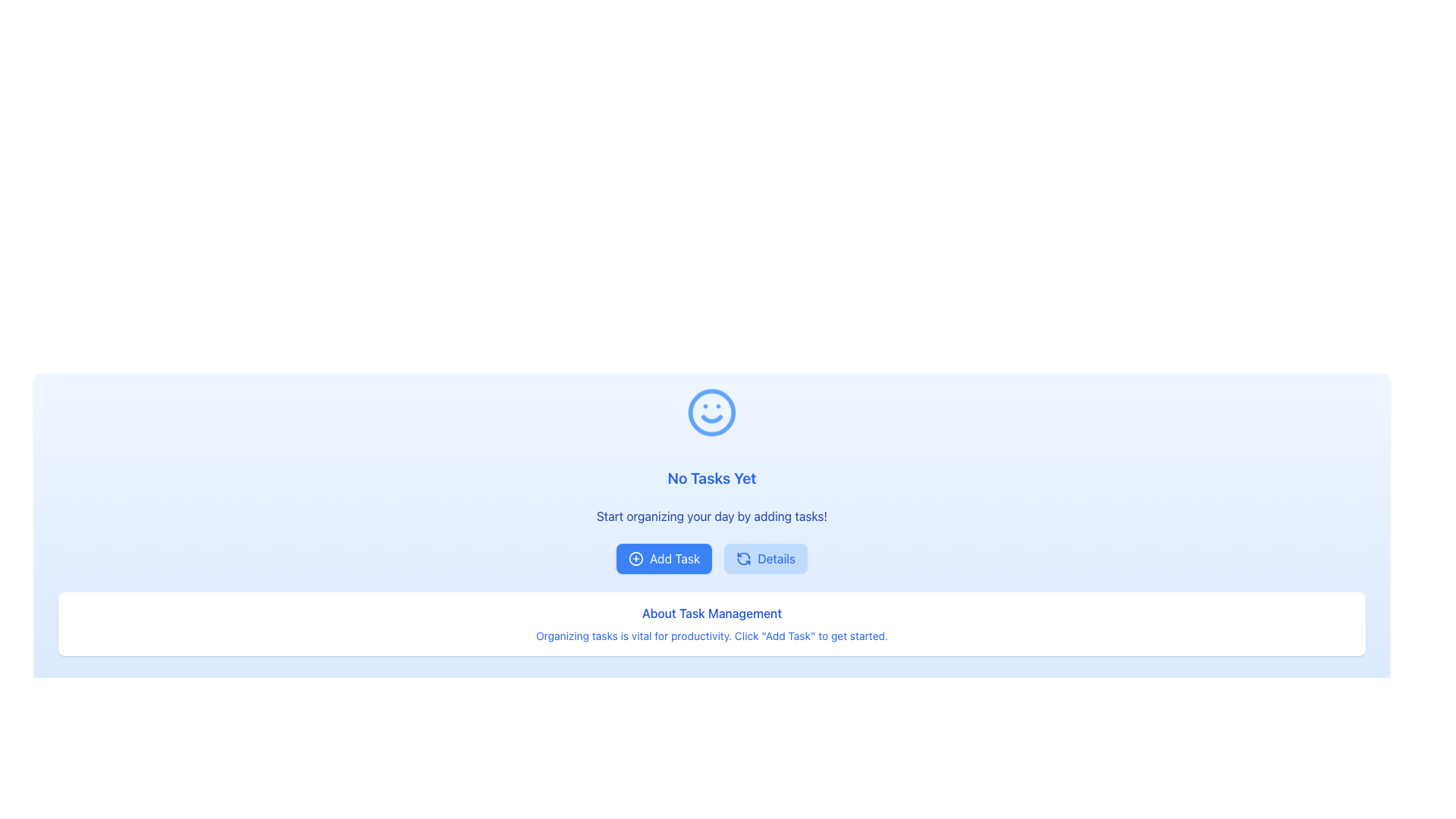 Image resolution: width=1456 pixels, height=819 pixels. I want to click on the Text label that serves as an informational heading for the task management section, located in the lower middle section of the page, so click(711, 613).